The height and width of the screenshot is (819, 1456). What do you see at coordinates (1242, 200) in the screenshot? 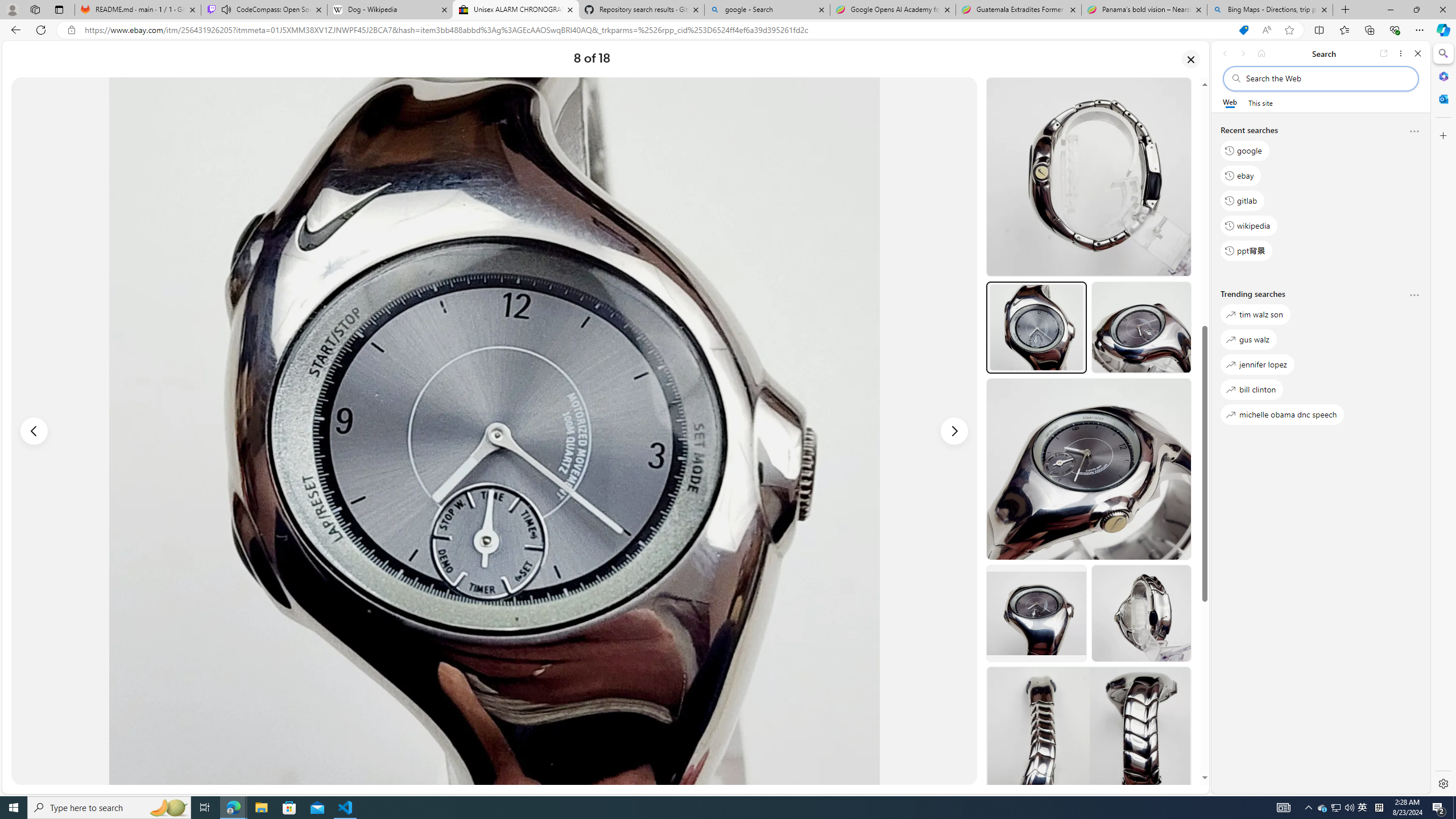
I see `'gitlab'` at bounding box center [1242, 200].